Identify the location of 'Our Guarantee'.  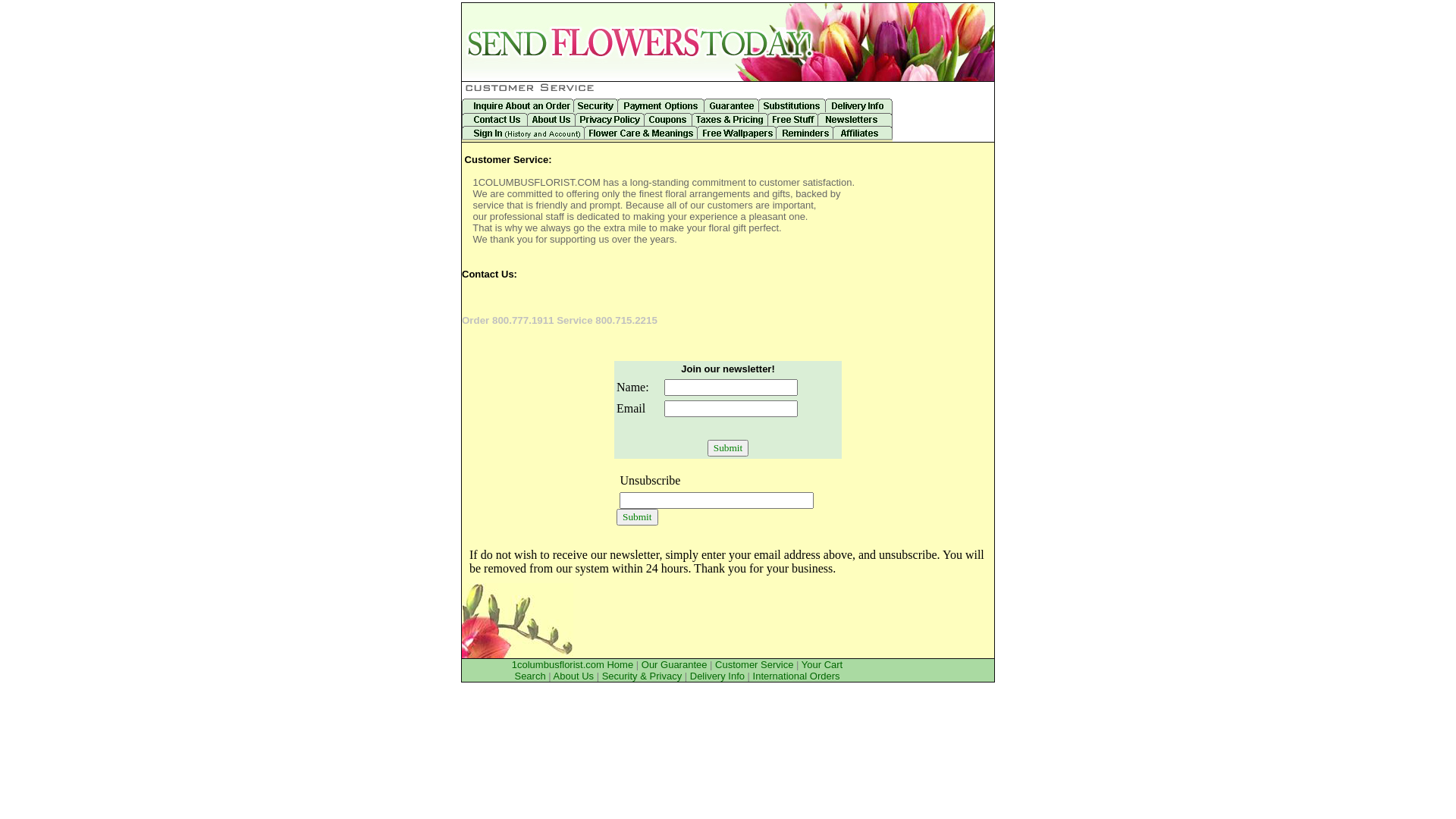
(641, 664).